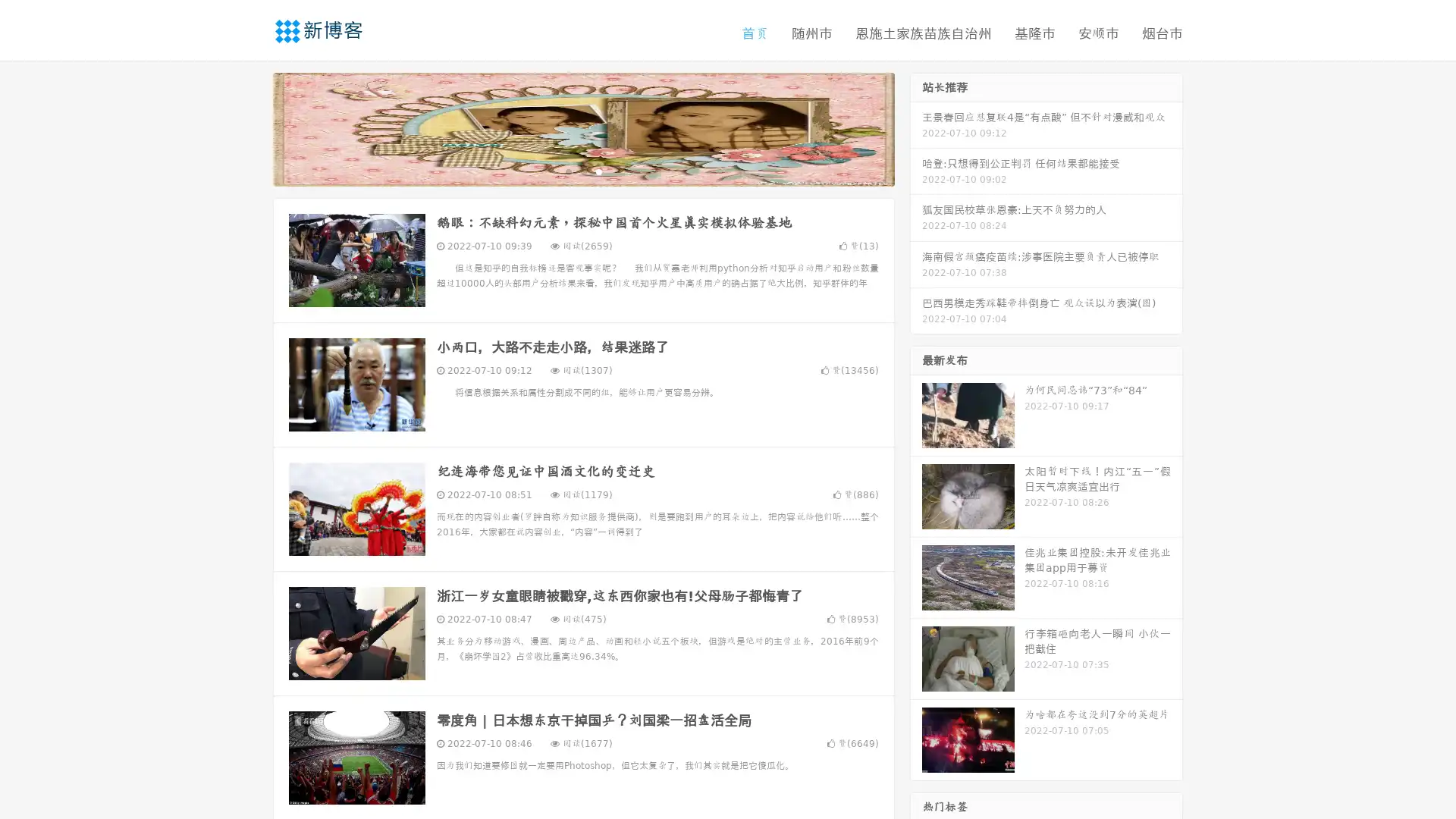 Image resolution: width=1456 pixels, height=819 pixels. Describe the element at coordinates (250, 127) in the screenshot. I see `Previous slide` at that location.